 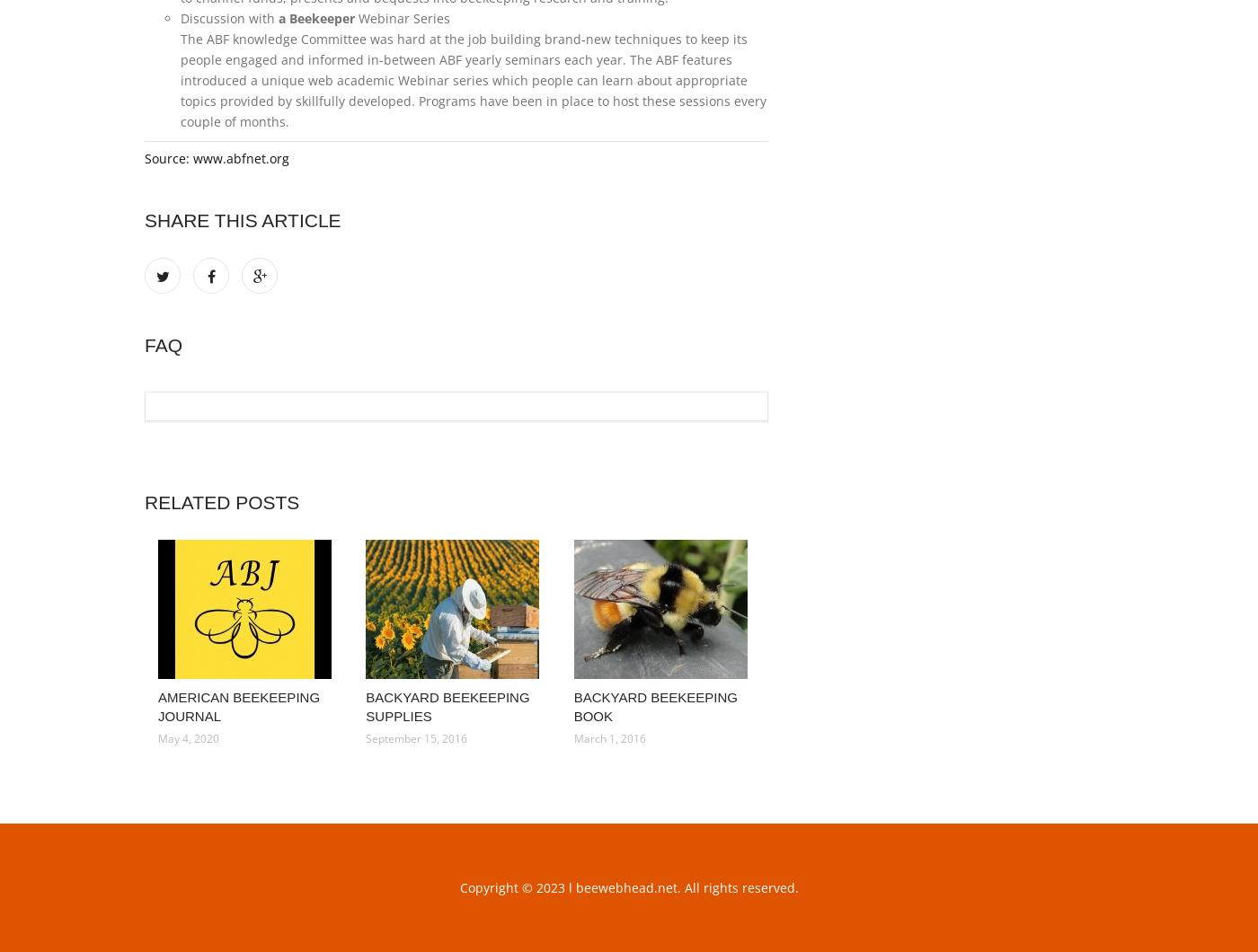 What do you see at coordinates (181, 80) in the screenshot?
I see `'The ABF knowledge Committee was hard at the job building brand-new techniques to keep its people engaged and informed in-between ABF yearly seminars each year. The ABF features introduced a unique web academic Webinar series which people can learn about appropriate topics provided by skillfully developed. Programs have been in place to host these sessions every couple of months.'` at bounding box center [181, 80].